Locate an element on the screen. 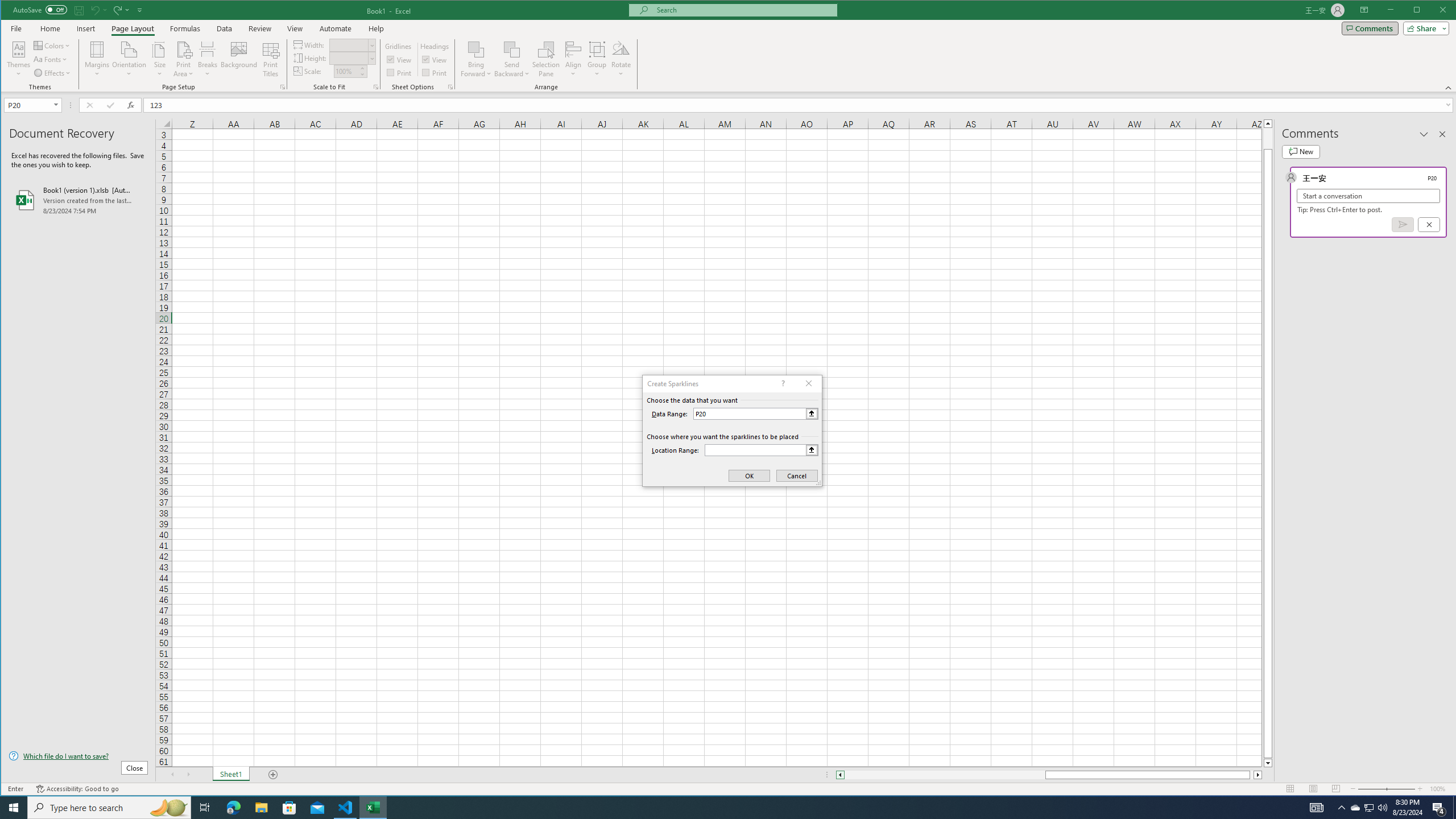 This screenshot has width=1456, height=819. 'Accessibility Checker Accessibility: Good to go' is located at coordinates (77, 788).